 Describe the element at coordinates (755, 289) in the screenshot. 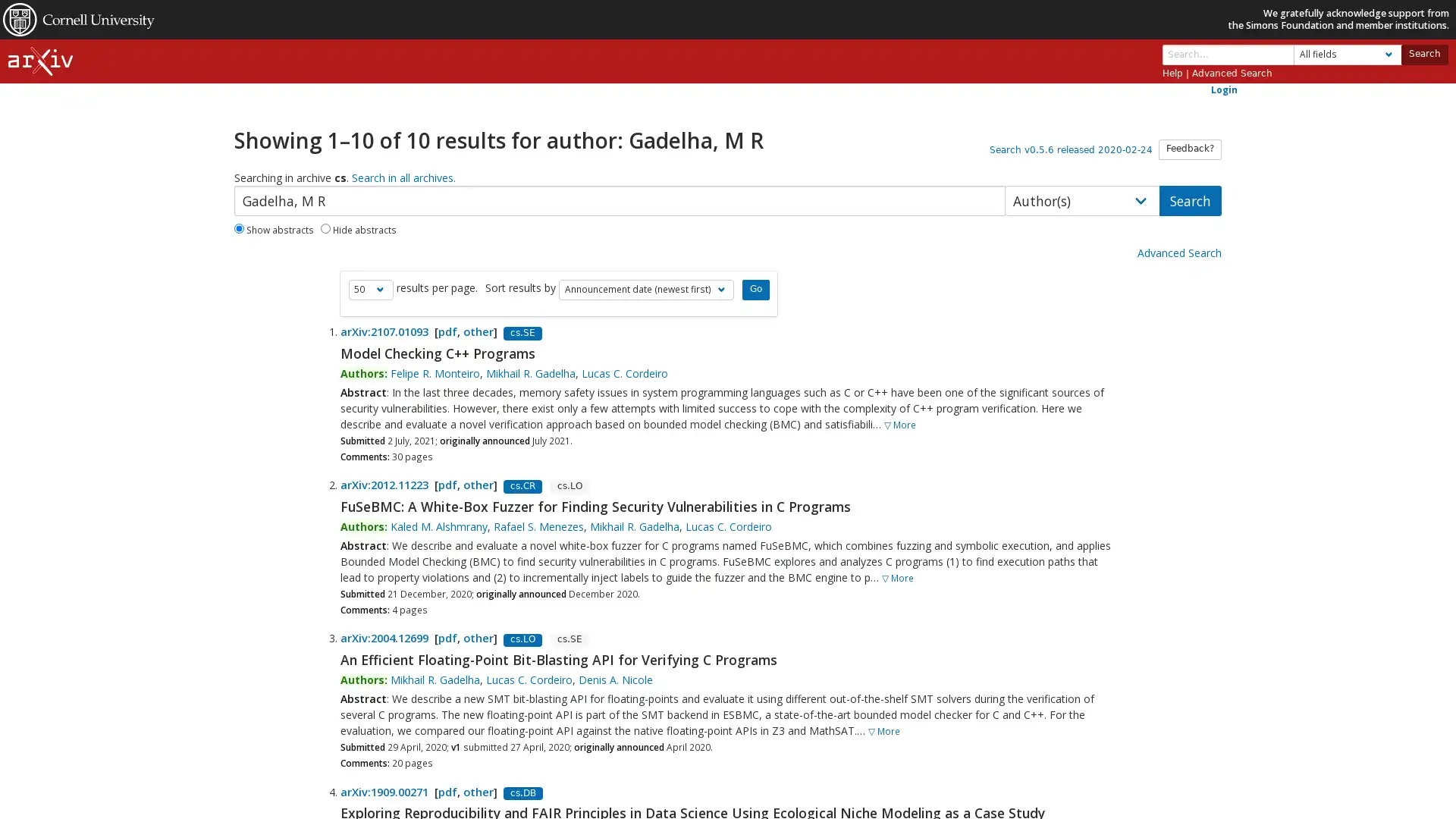

I see `Go` at that location.